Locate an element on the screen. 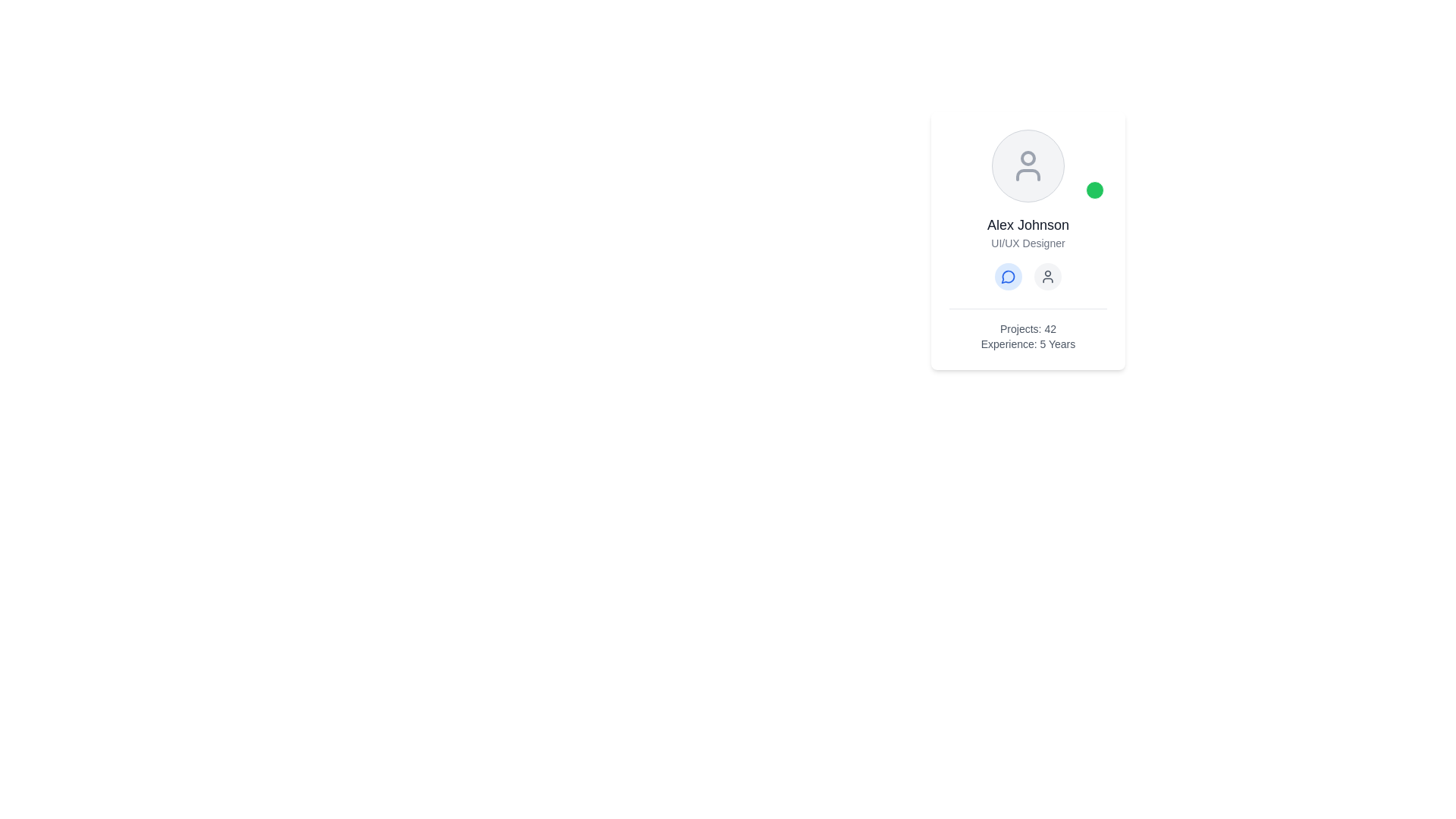  the blue circular icon representing a speech bubble, located adjacent to the user avatar and profile name, to initiate a message or comment is located at coordinates (1008, 277).